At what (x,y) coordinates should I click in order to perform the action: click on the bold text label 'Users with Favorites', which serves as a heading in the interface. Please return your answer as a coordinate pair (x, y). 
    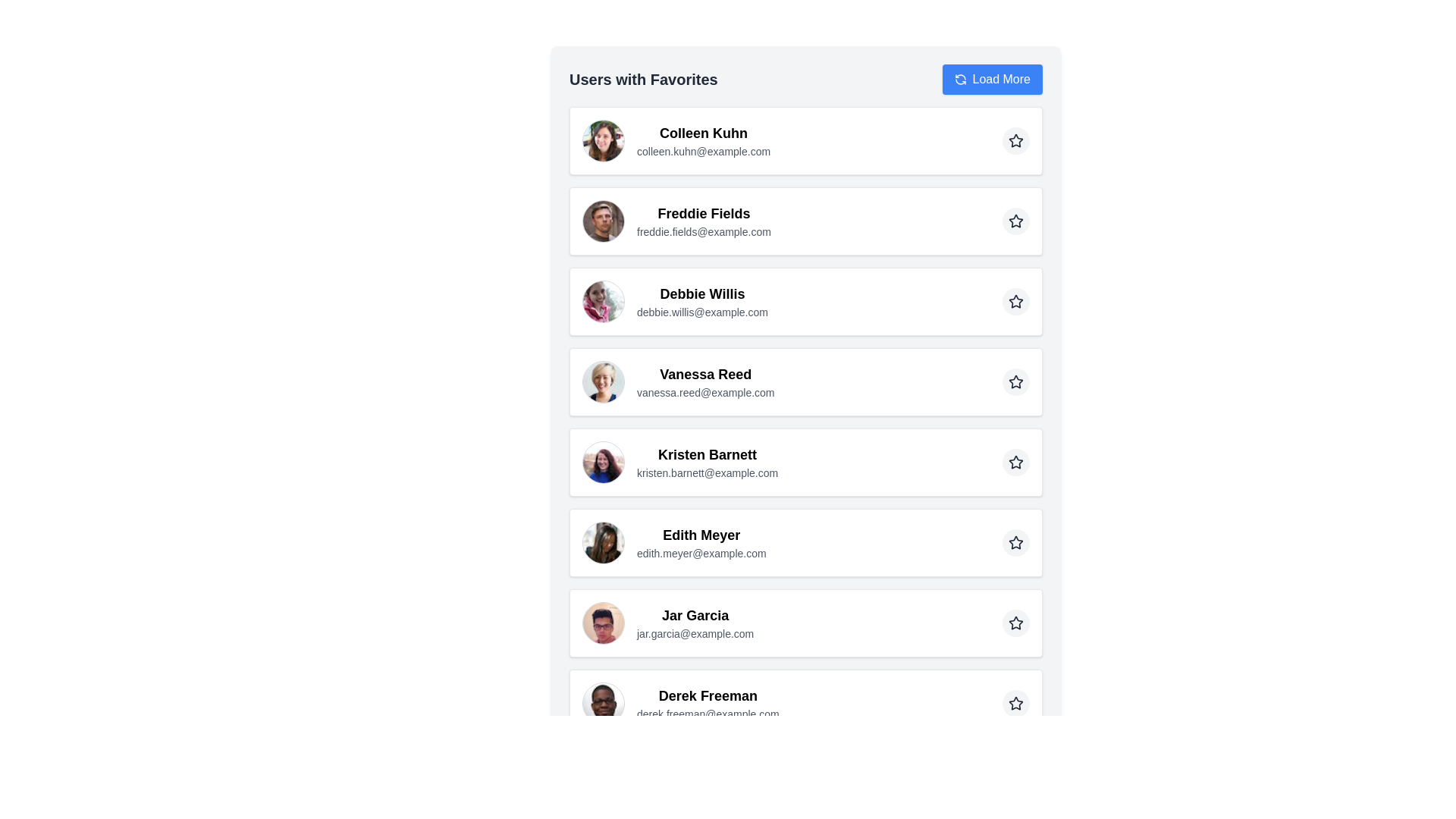
    Looking at the image, I should click on (643, 79).